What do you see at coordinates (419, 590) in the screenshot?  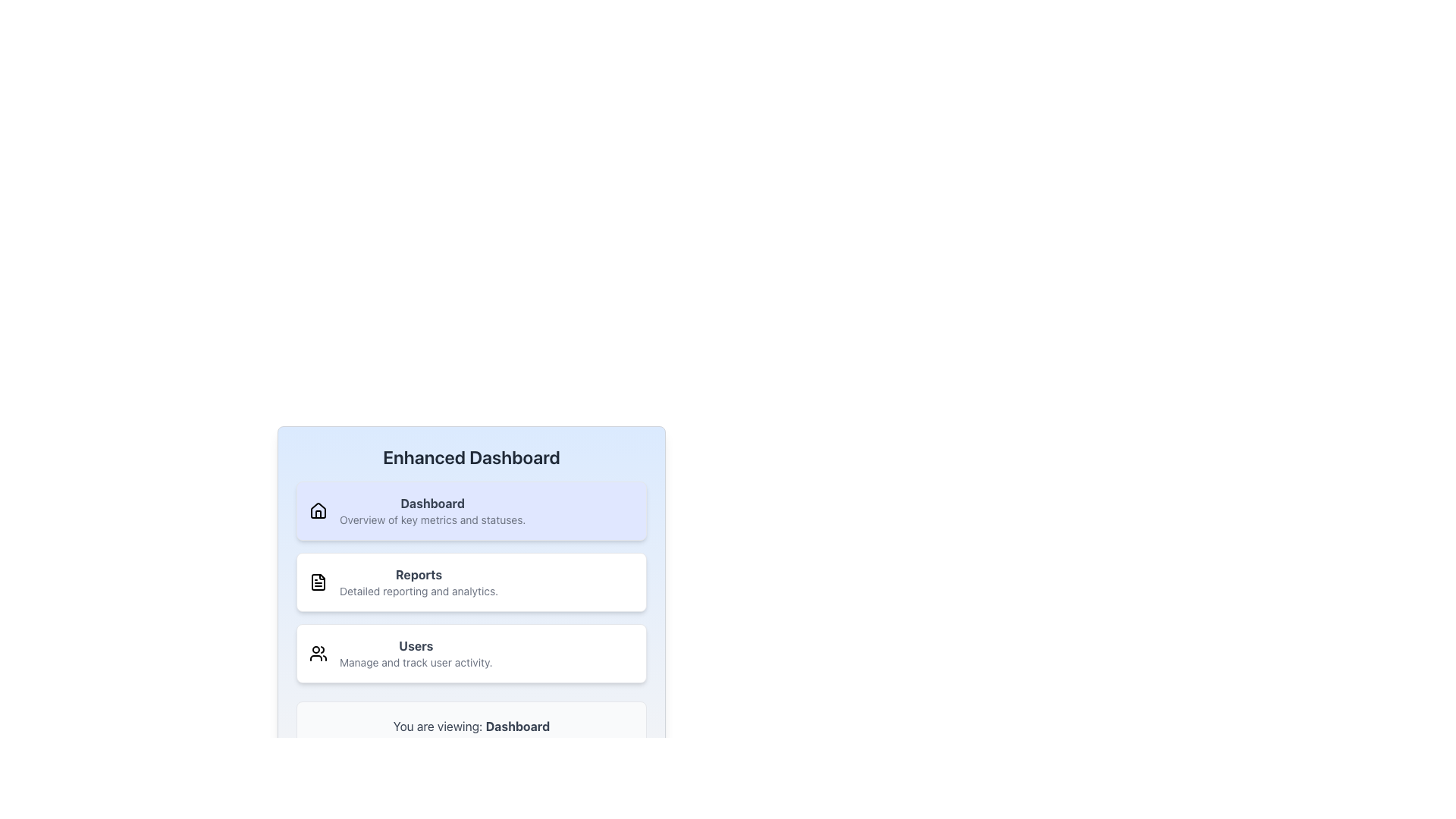 I see `the static text that describes the 'Reports' section, located directly underneath the bold heading 'Reports' in the second card of the interface` at bounding box center [419, 590].